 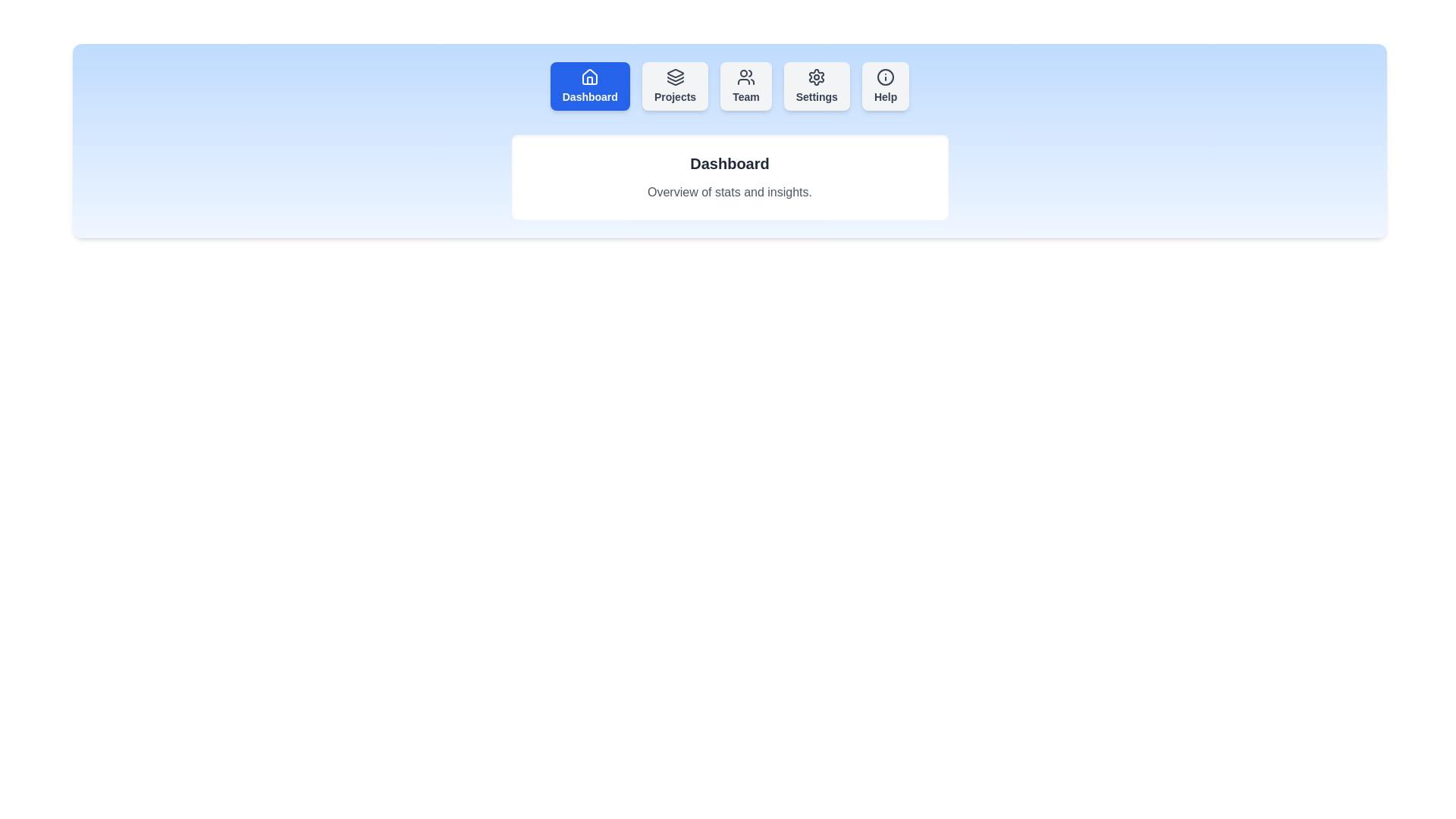 What do you see at coordinates (589, 77) in the screenshot?
I see `the icon of the Dashboard tab` at bounding box center [589, 77].